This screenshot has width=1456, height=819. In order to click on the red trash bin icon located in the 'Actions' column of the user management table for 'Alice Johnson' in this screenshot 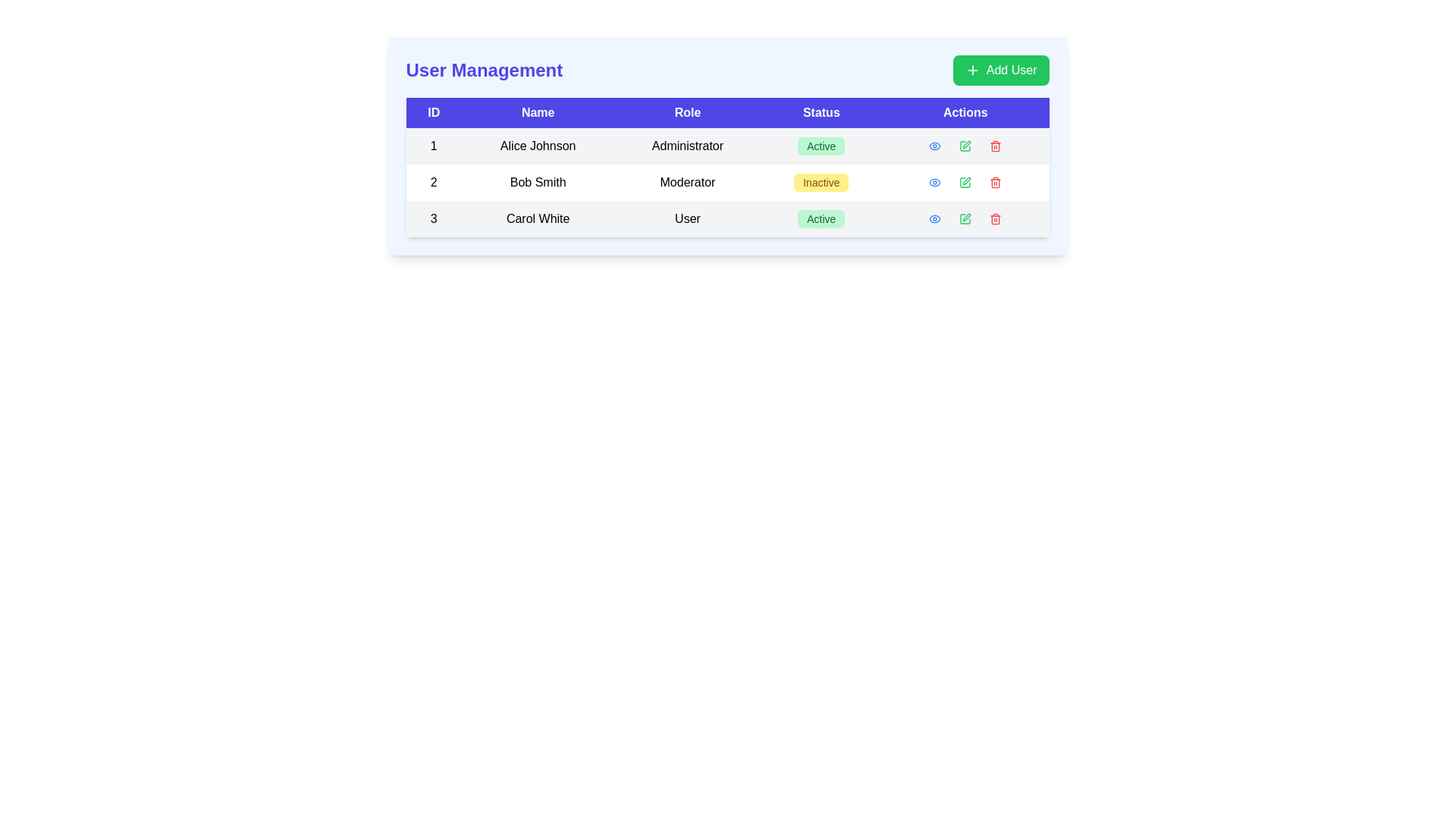, I will do `click(996, 146)`.